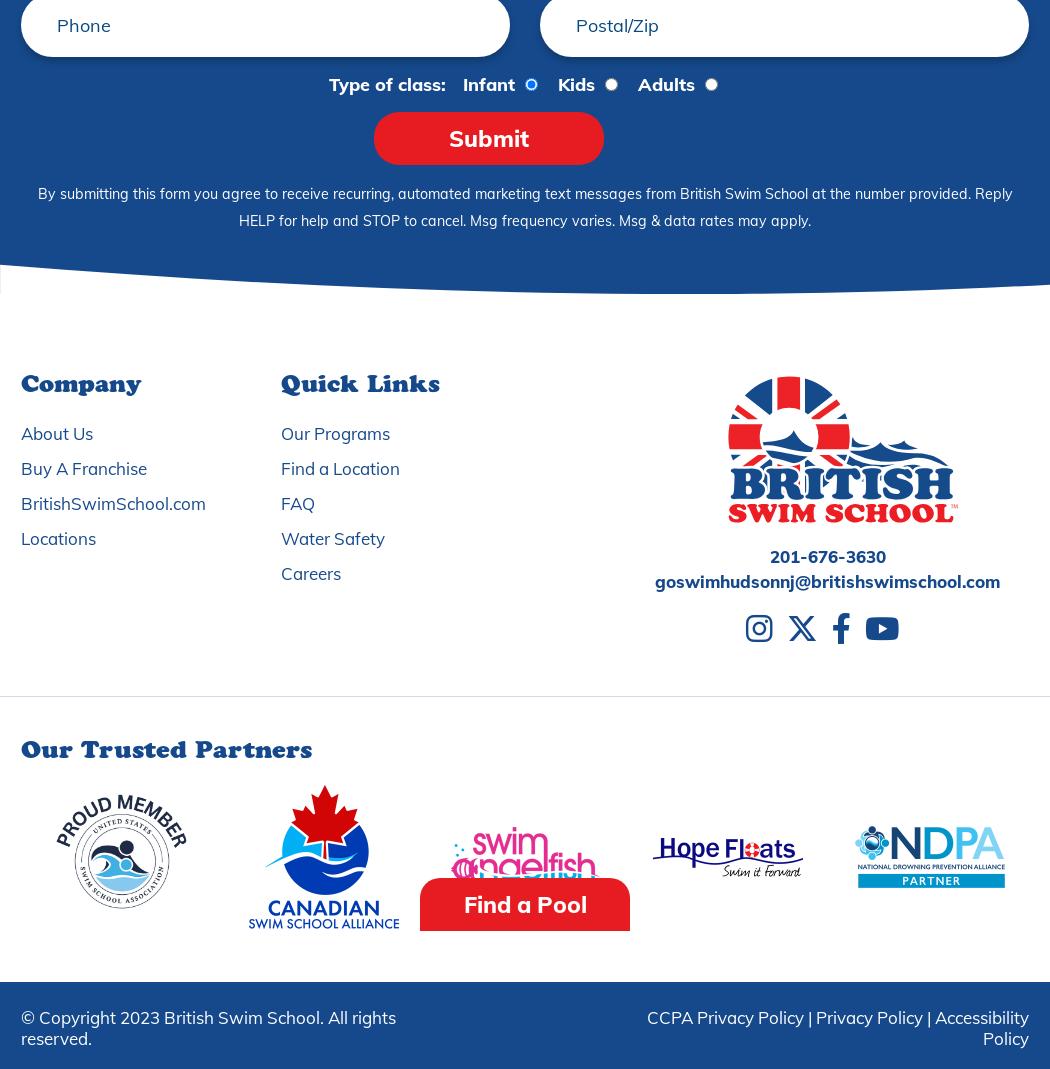  What do you see at coordinates (21, 502) in the screenshot?
I see `'BritishSwimSchool.com'` at bounding box center [21, 502].